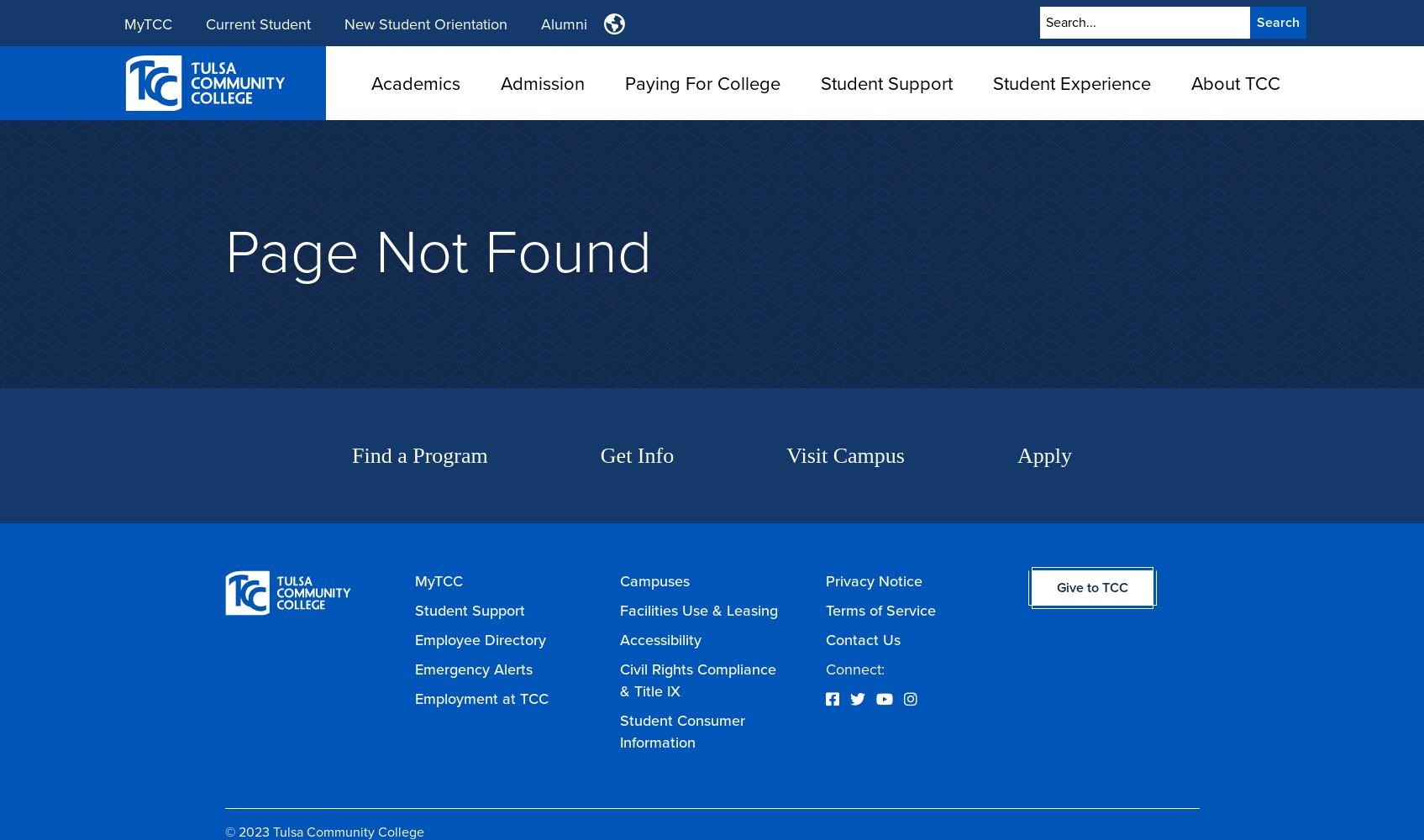  Describe the element at coordinates (418, 455) in the screenshot. I see `'Find a Program'` at that location.